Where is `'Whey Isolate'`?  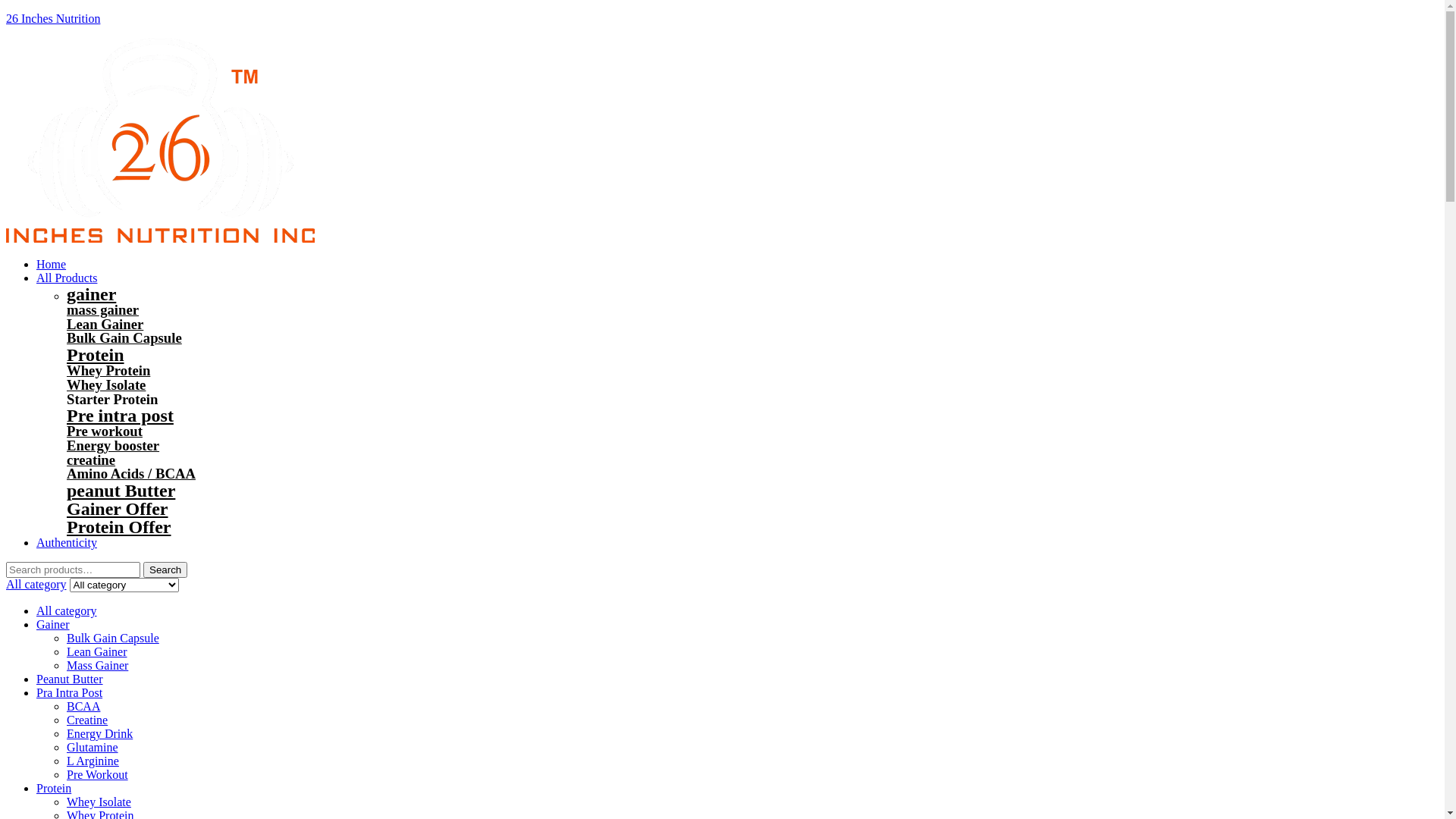 'Whey Isolate' is located at coordinates (65, 384).